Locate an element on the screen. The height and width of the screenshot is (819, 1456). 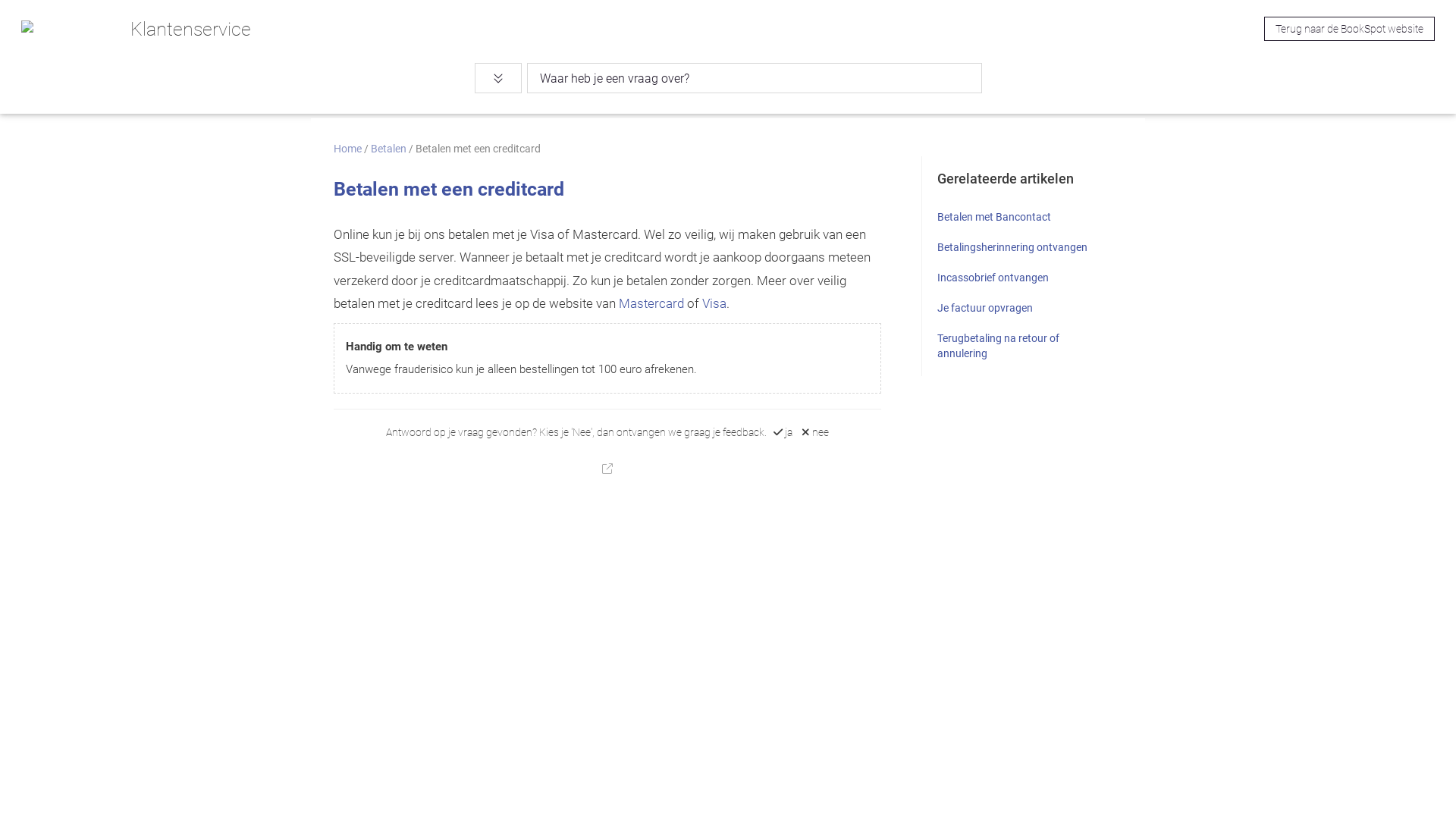
'Mastercard' is located at coordinates (651, 303).